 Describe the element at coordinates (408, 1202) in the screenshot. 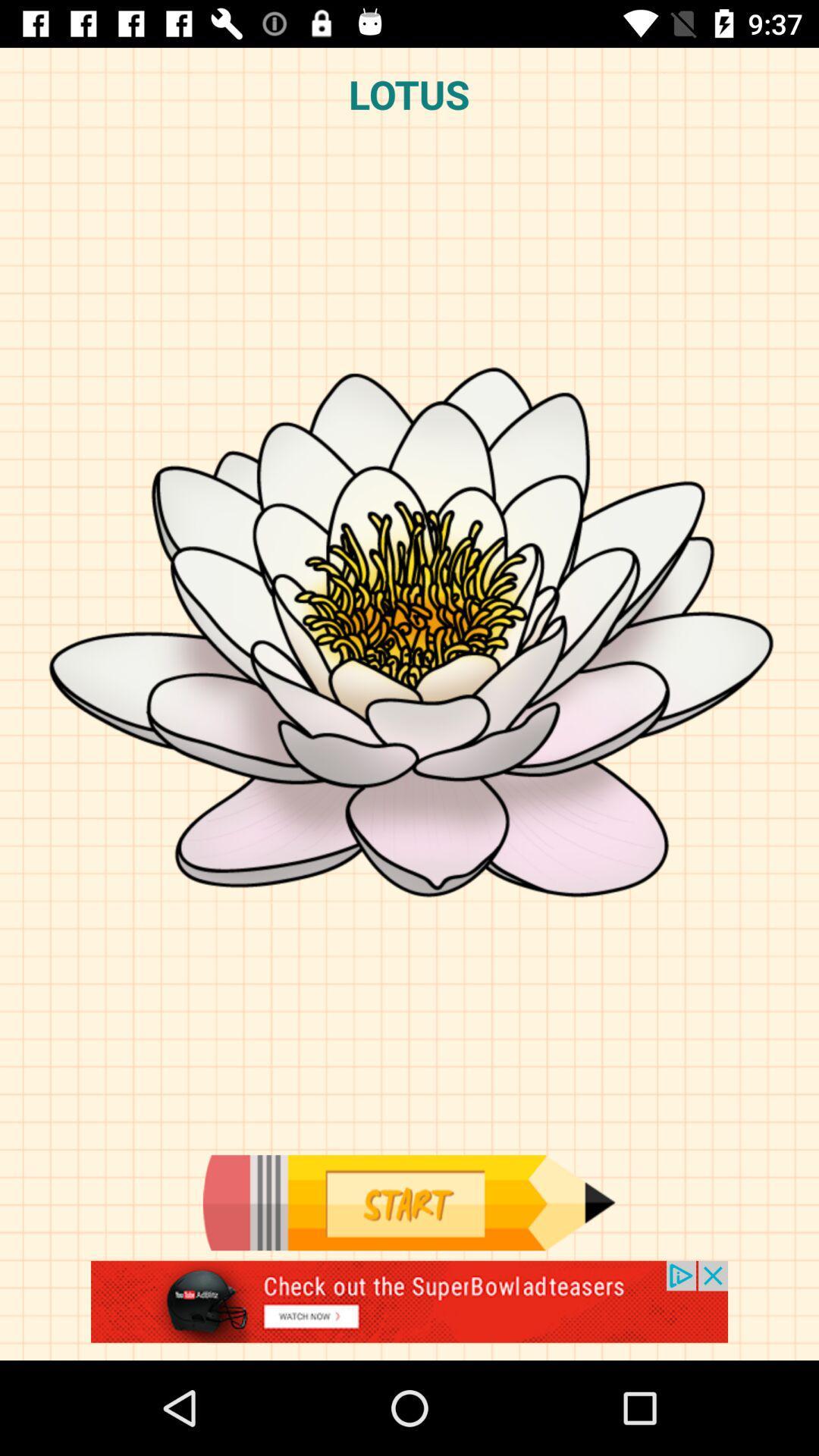

I see `start button` at that location.